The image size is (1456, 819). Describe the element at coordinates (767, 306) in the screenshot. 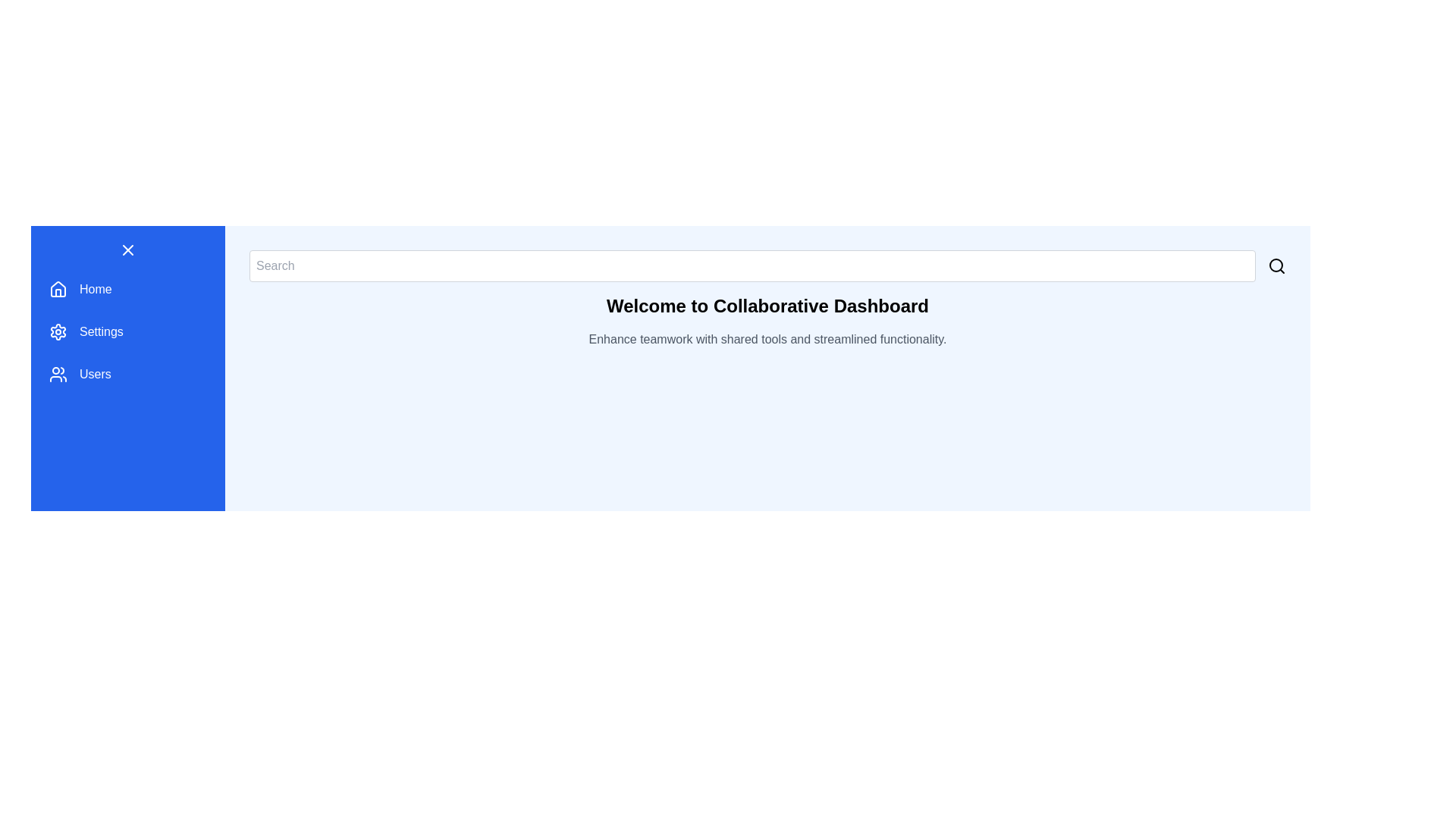

I see `the main content text area to interact` at that location.